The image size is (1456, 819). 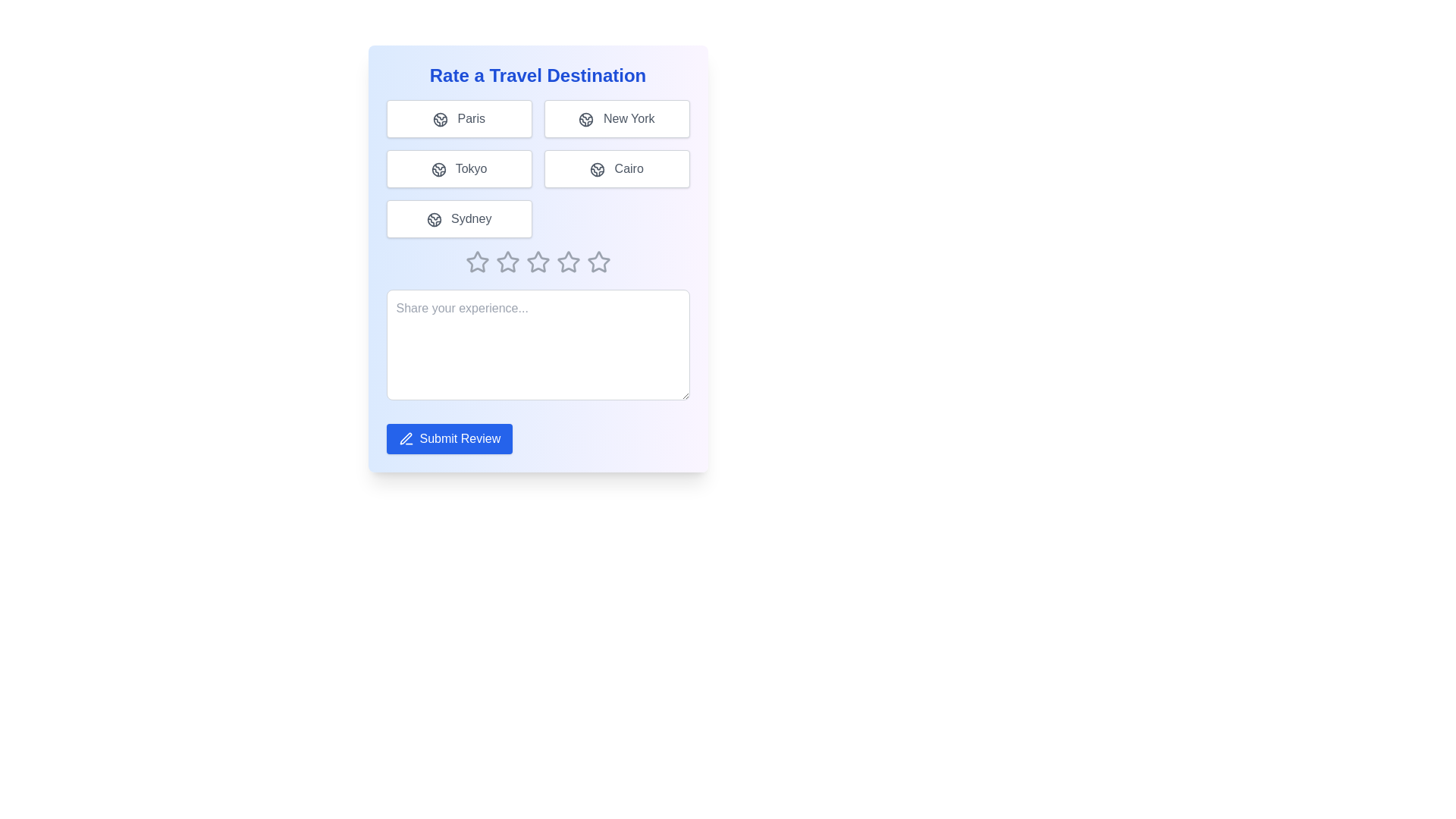 I want to click on the circular globe icon that is part of the 'Cairo' button in the grid layout, so click(x=597, y=169).